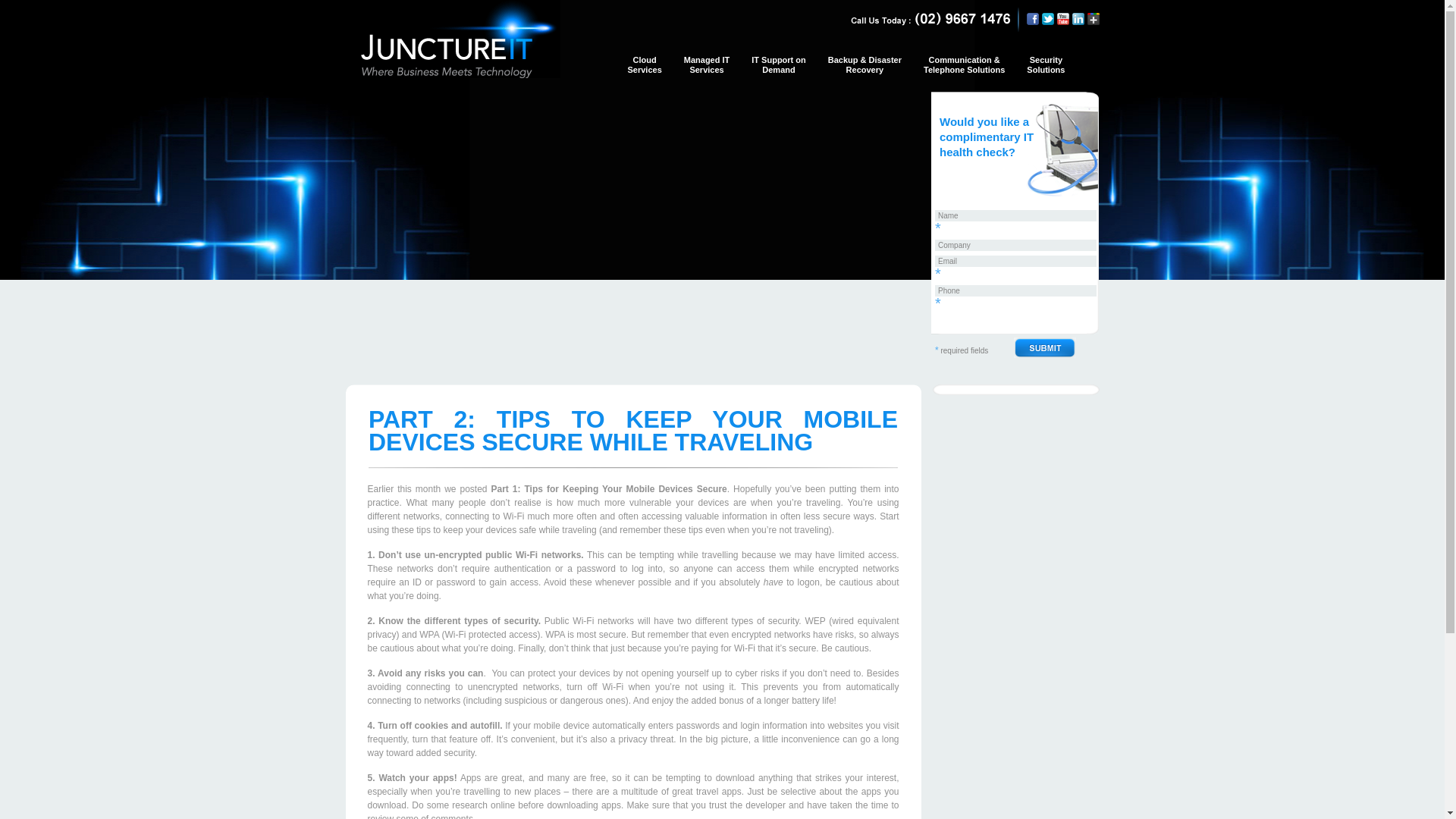  Describe the element at coordinates (706, 69) in the screenshot. I see `'Managed IT` at that location.